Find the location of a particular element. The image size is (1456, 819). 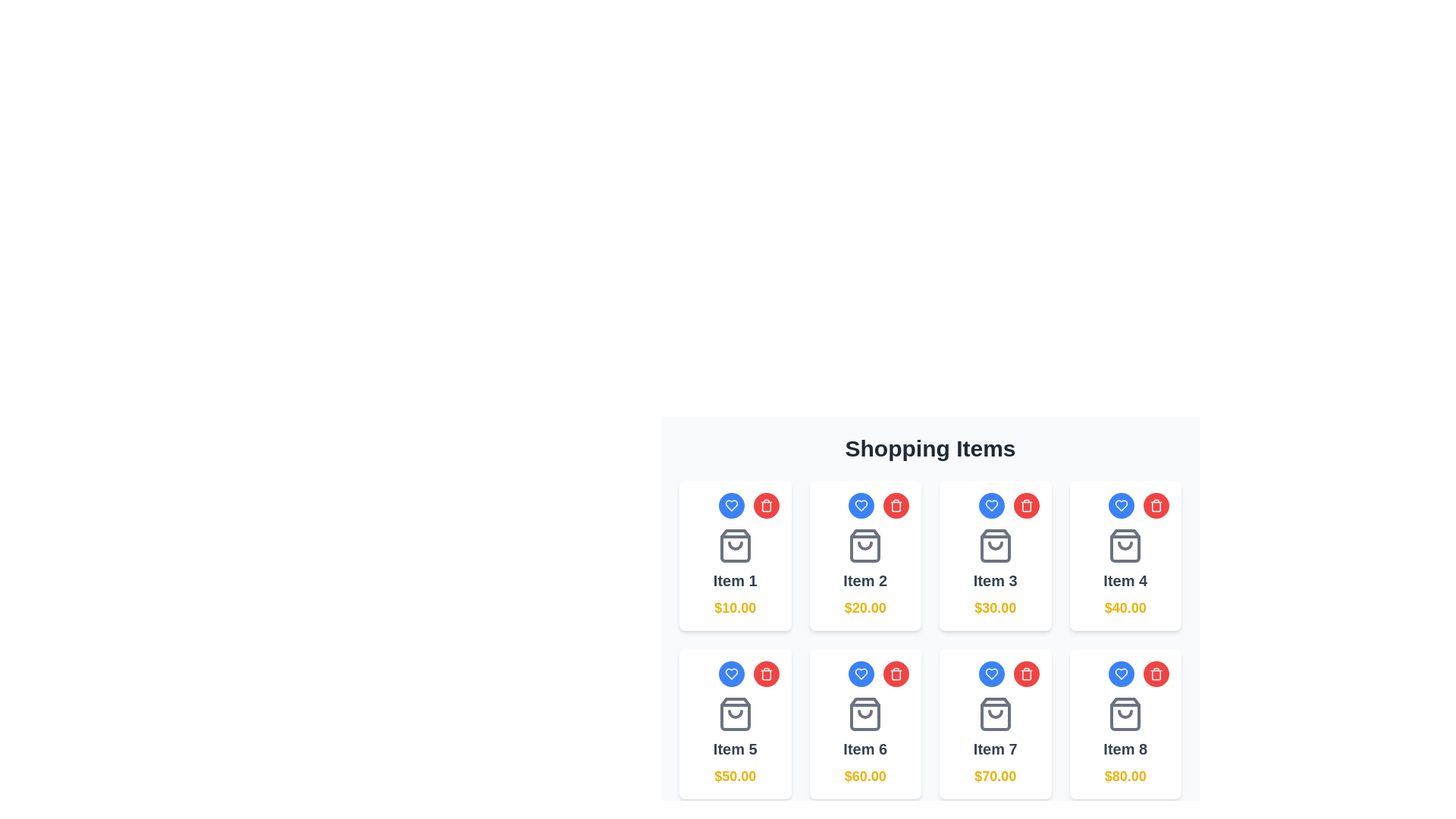

the circular red button with a trash can icon located at the bottom right of the card labeled 'Item 8' is located at coordinates (1156, 673).